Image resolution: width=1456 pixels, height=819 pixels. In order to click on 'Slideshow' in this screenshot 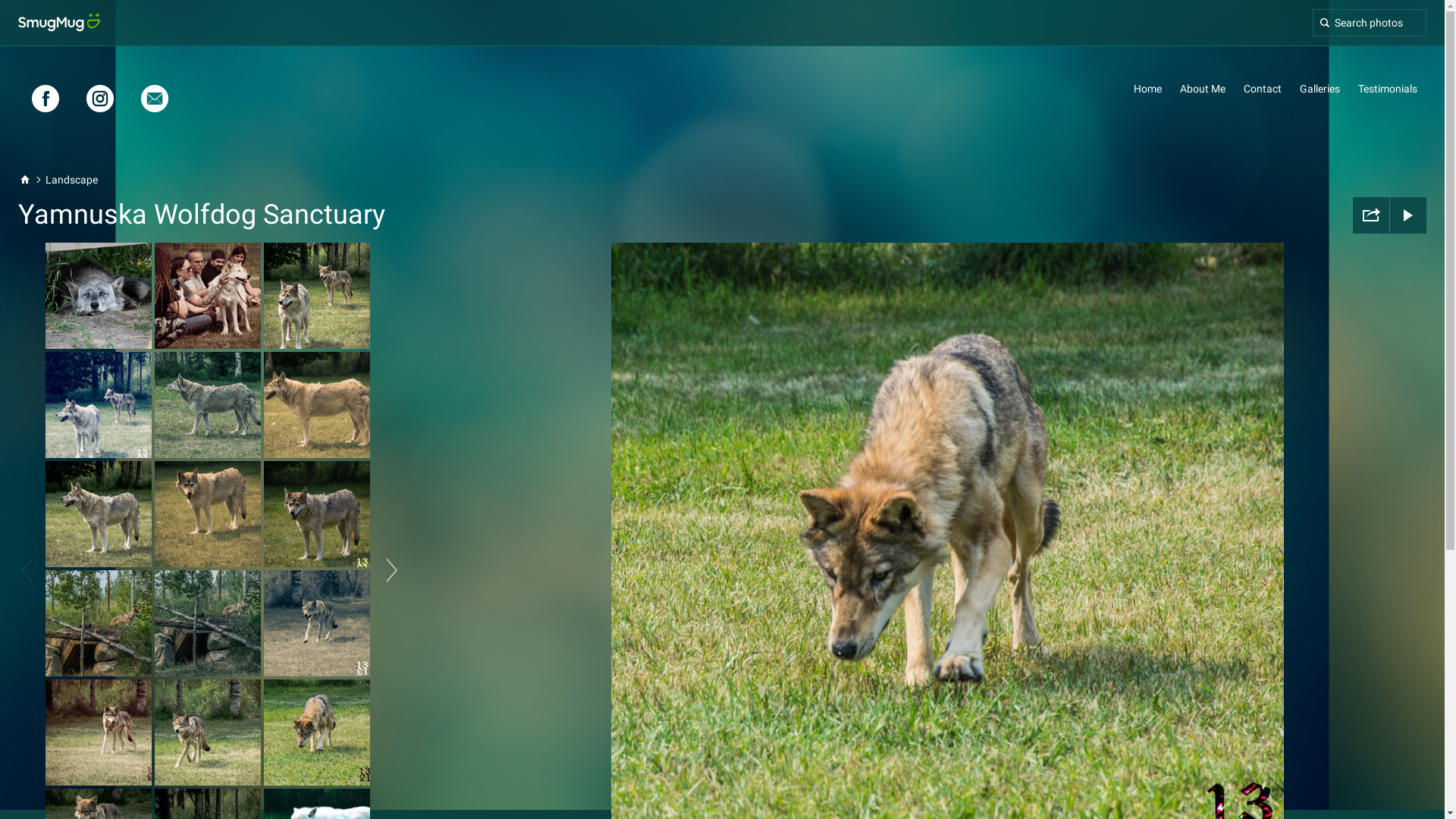, I will do `click(1390, 215)`.